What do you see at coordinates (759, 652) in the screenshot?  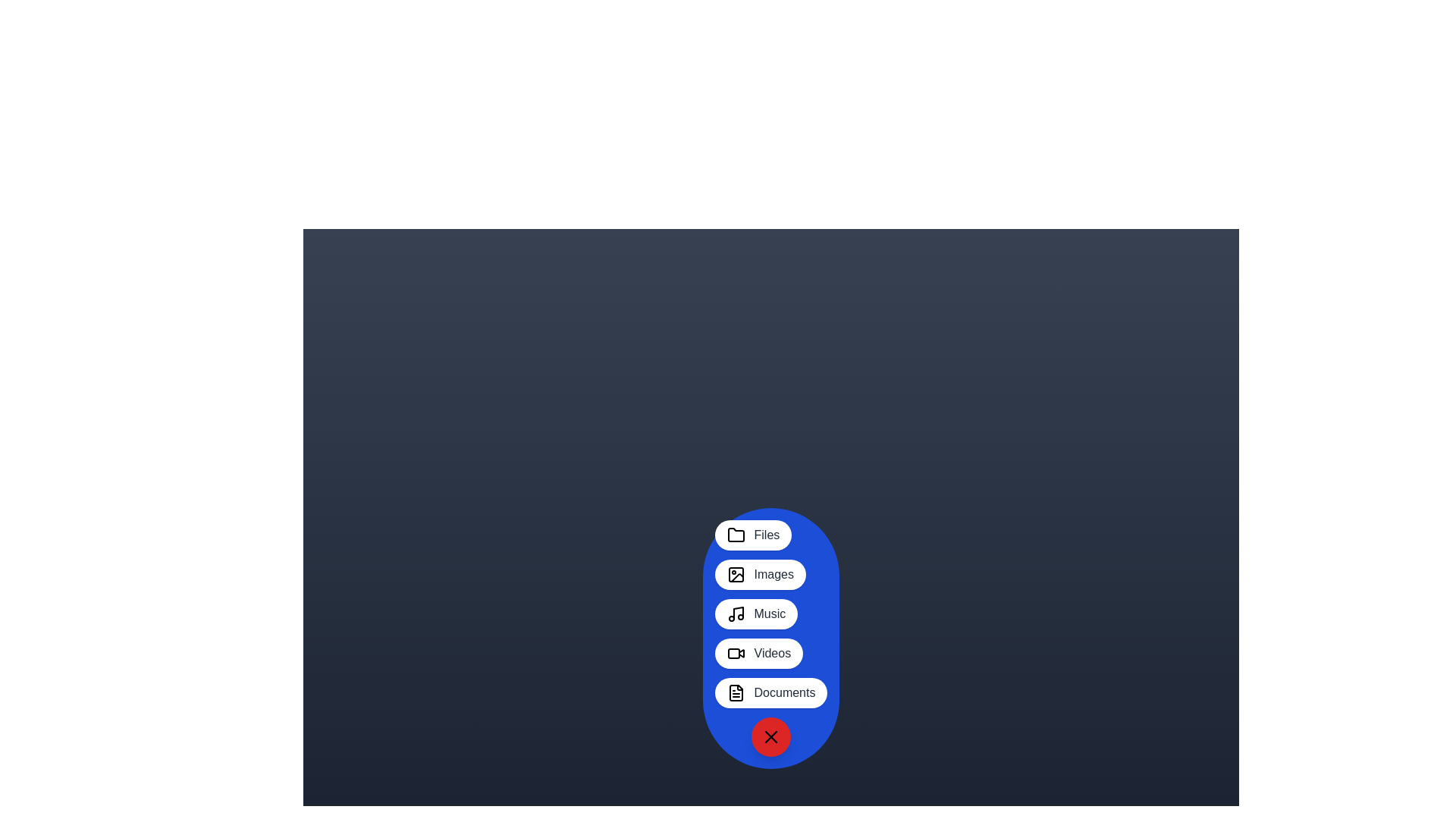 I see `the Videos button in the MultimediaSpeedDial component` at bounding box center [759, 652].